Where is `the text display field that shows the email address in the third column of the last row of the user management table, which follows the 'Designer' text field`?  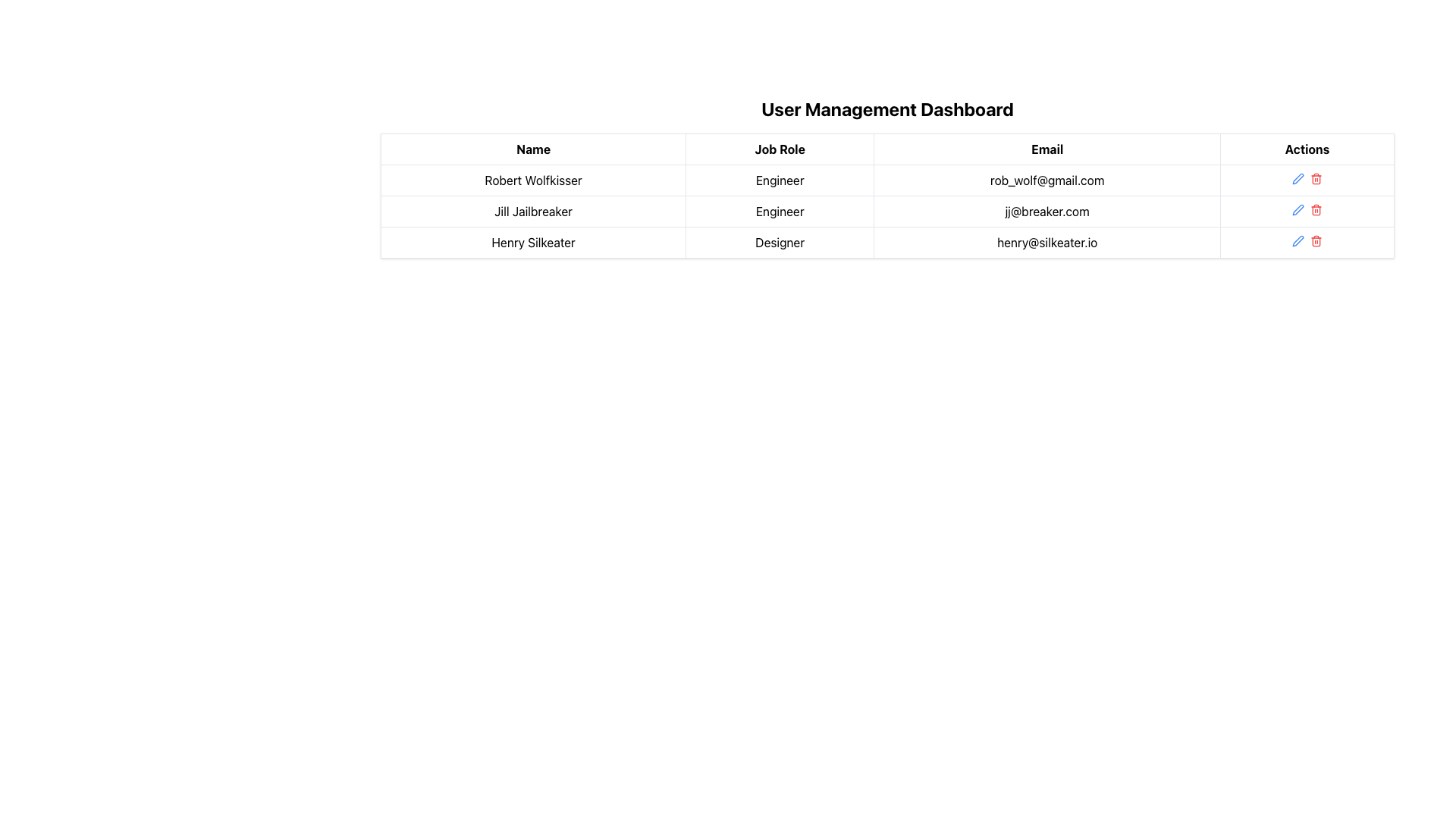
the text display field that shows the email address in the third column of the last row of the user management table, which follows the 'Designer' text field is located at coordinates (1046, 242).